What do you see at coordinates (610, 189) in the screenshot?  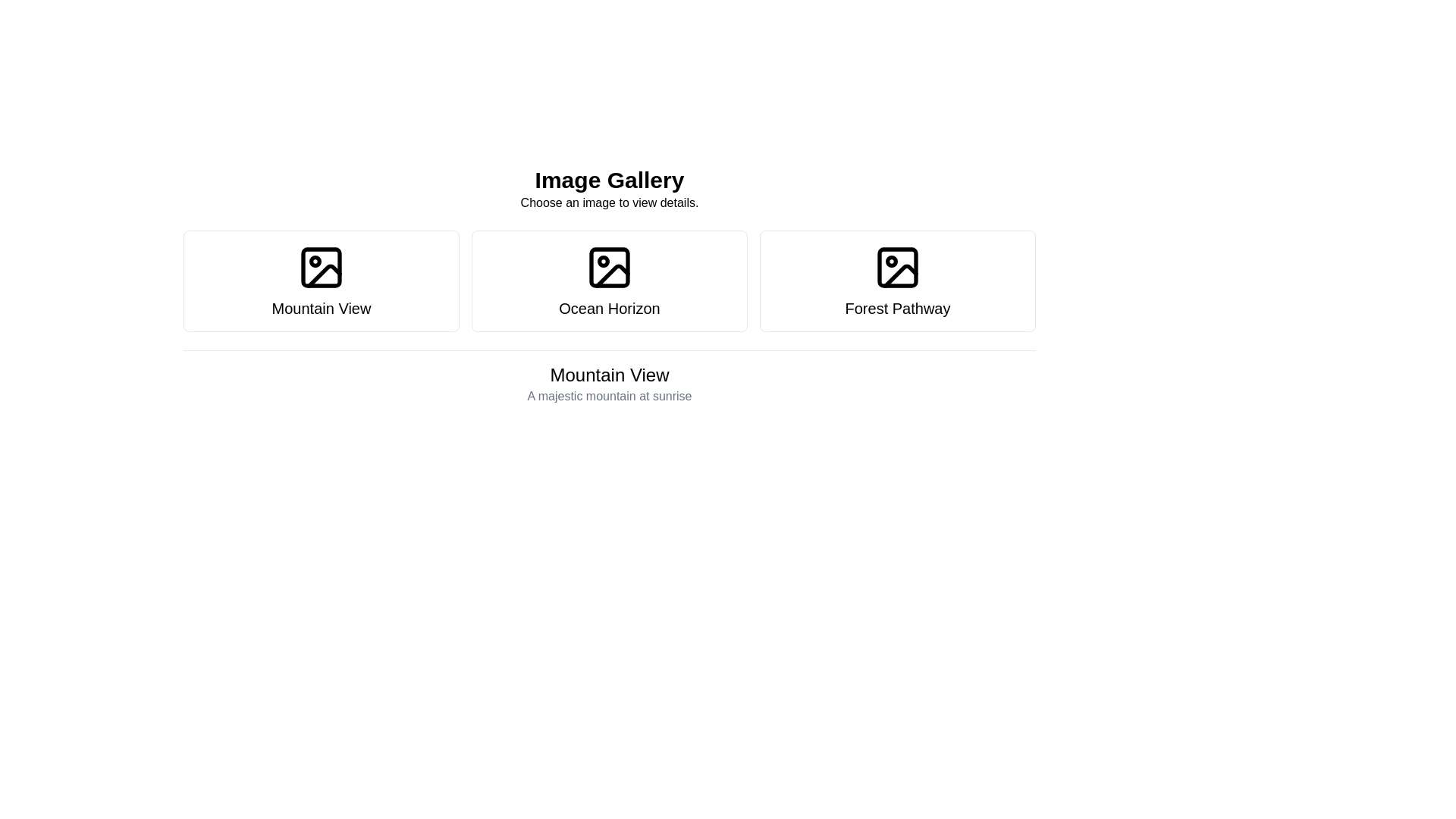 I see `the Text Block (Title and Subtitle) that contains 'Image Gallery' and 'Choose an image` at bounding box center [610, 189].